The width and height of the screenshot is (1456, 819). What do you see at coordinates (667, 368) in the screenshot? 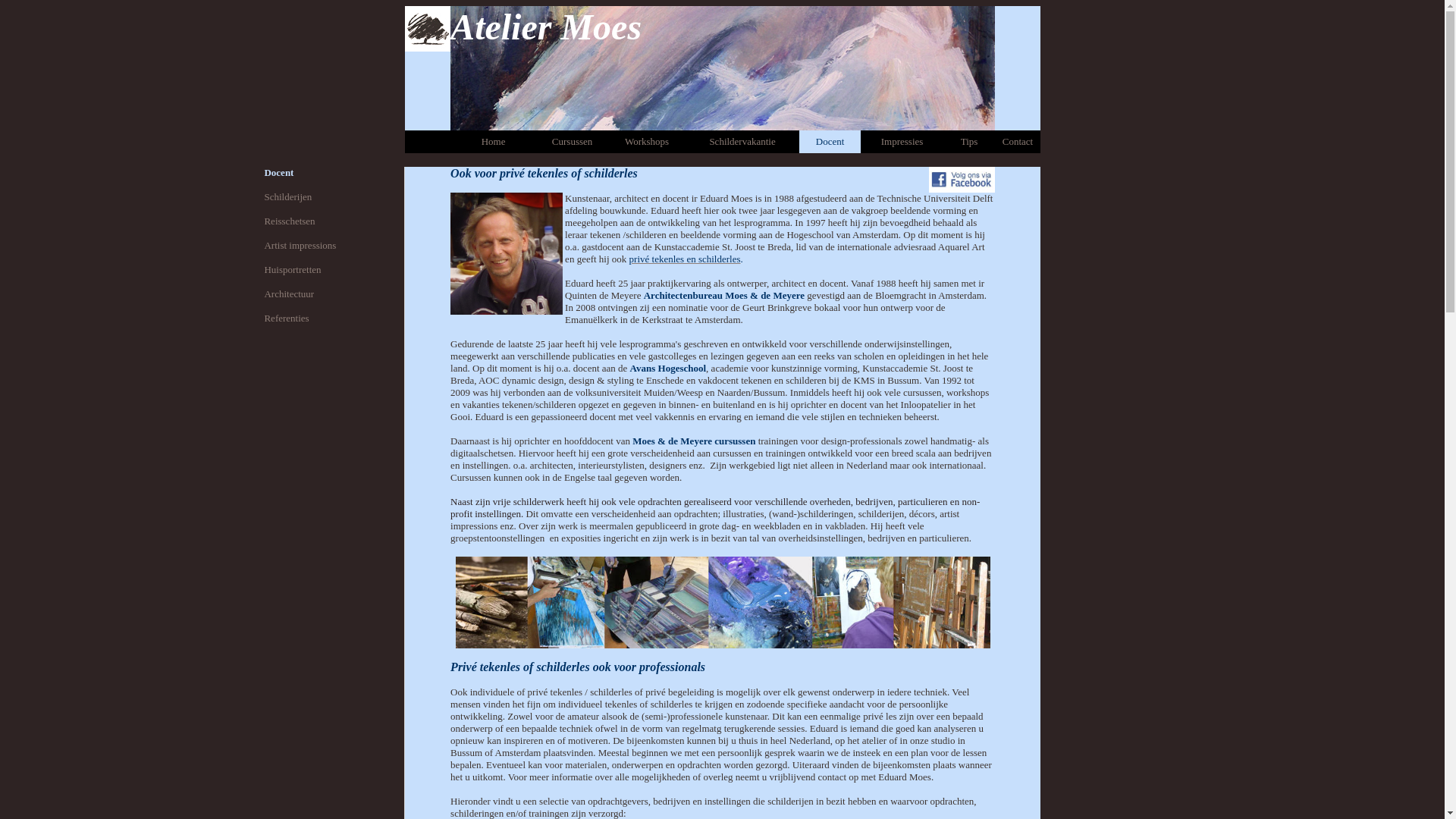
I see `'Avans Hogeschool'` at bounding box center [667, 368].